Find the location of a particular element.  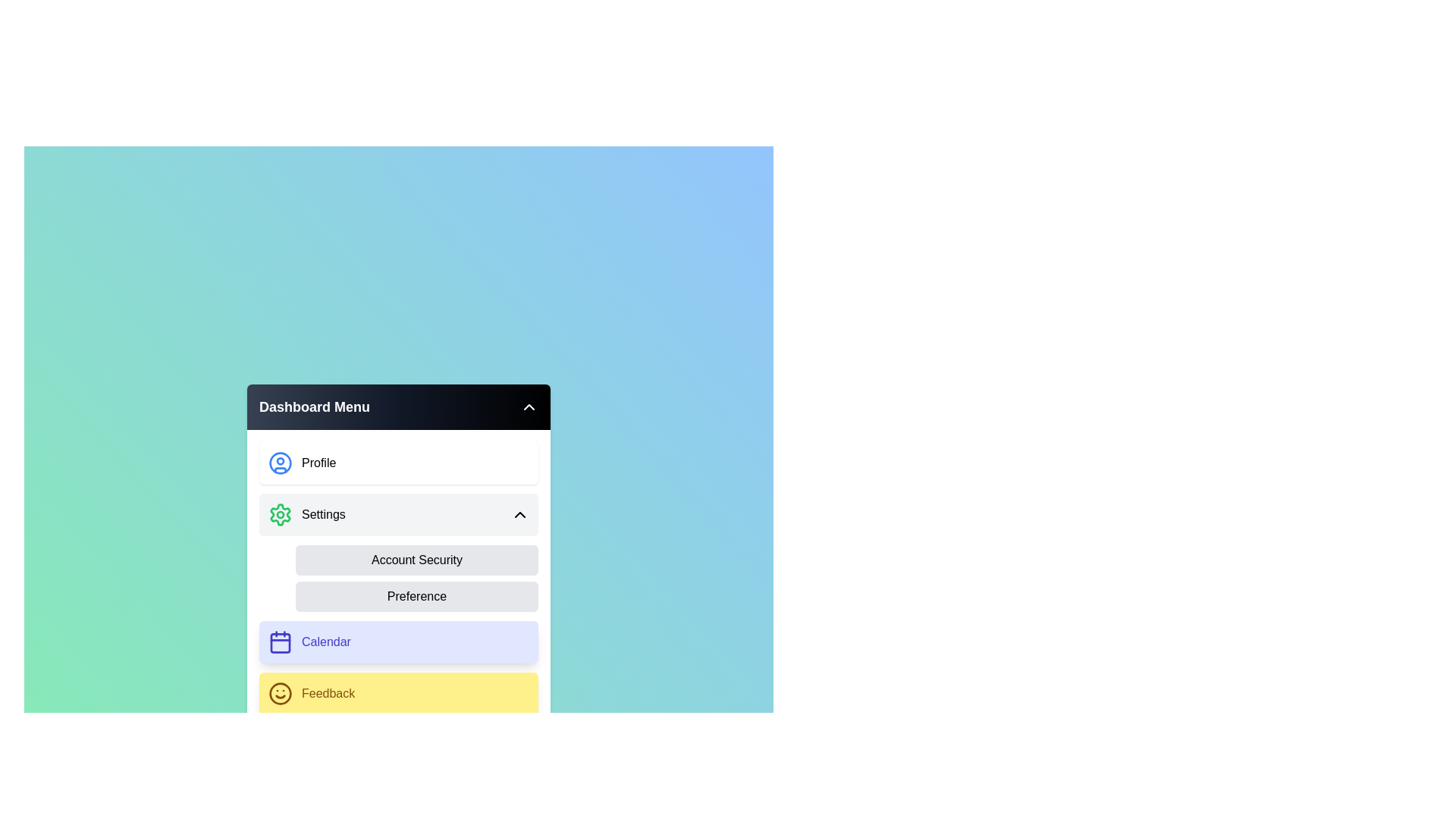

the last button in the 'Dashboard Menu' located directly below the 'Calendar' button is located at coordinates (399, 693).